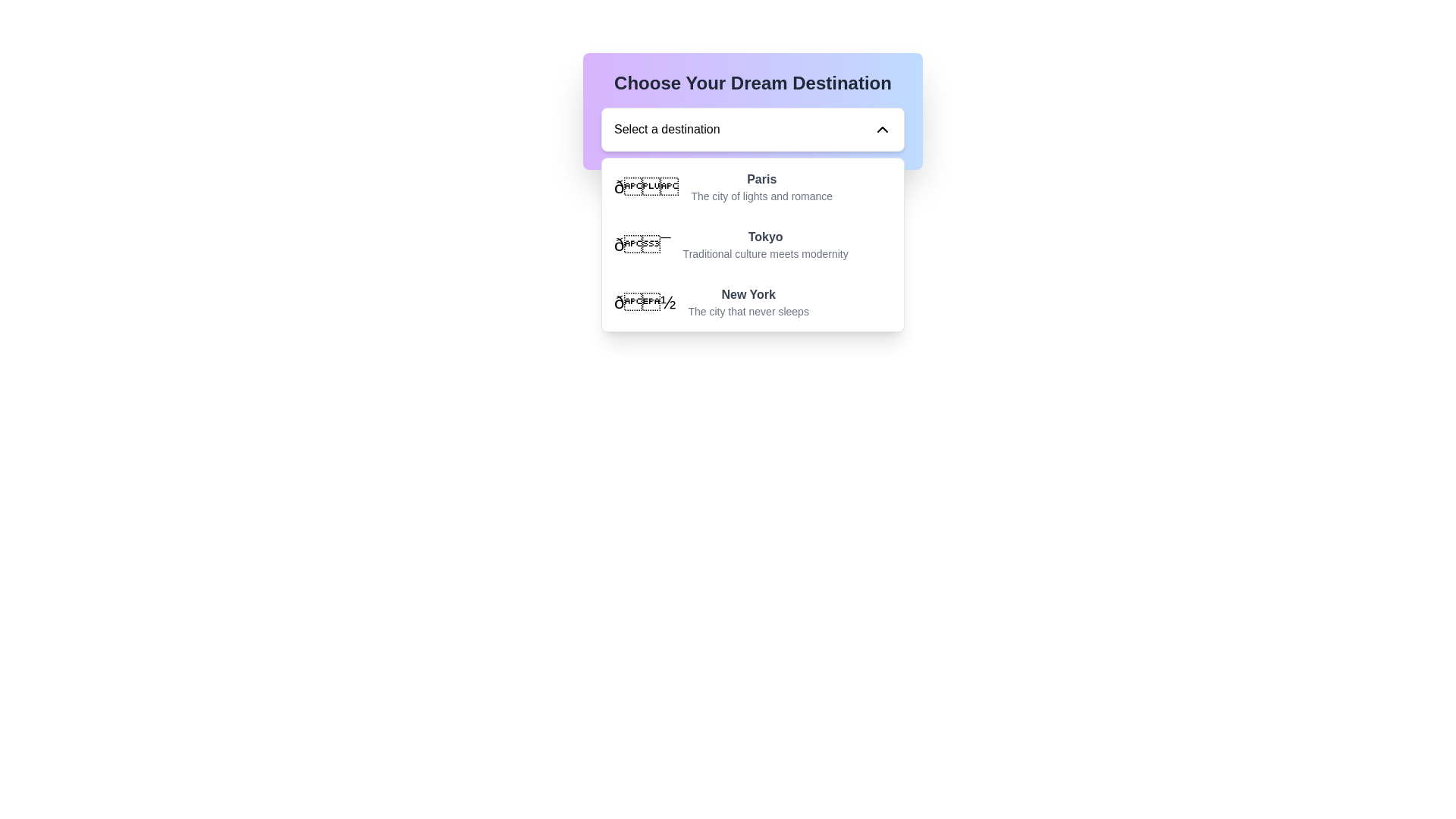 The image size is (1456, 819). I want to click on descriptive text label representing a selectable destination option within the dropdown list, located between entries for 'Paris' and 'New York', so click(765, 237).